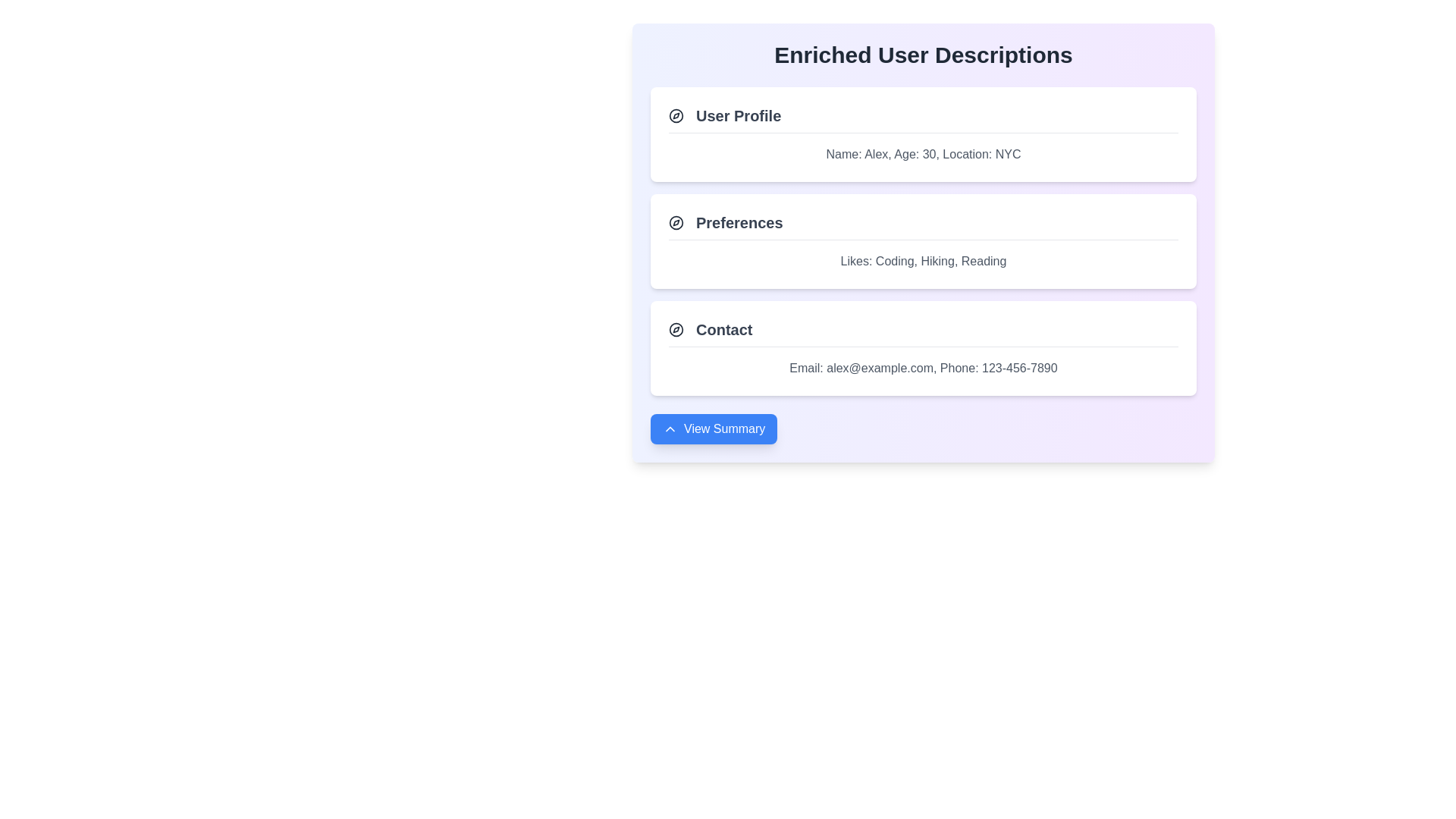 The width and height of the screenshot is (1456, 819). What do you see at coordinates (676, 115) in the screenshot?
I see `the compass-like icon located at the leftmost side of the 'User Profile' section header` at bounding box center [676, 115].